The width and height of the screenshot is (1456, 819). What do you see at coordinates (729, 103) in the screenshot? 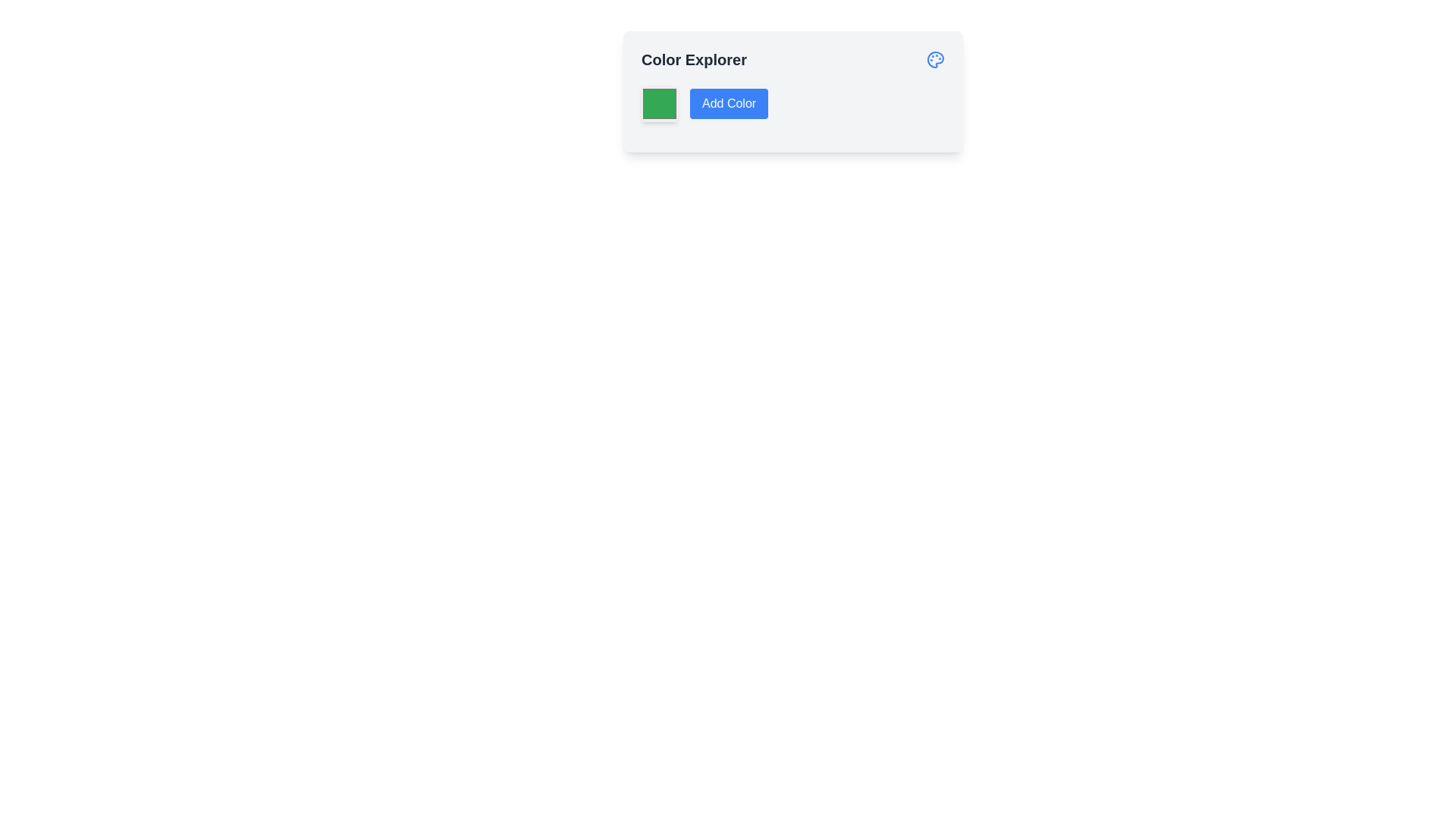
I see `the 'Add Color' button, which is a rectangular button with white text on a blue background, located to the right of a green color box in the Color Explorer section` at bounding box center [729, 103].